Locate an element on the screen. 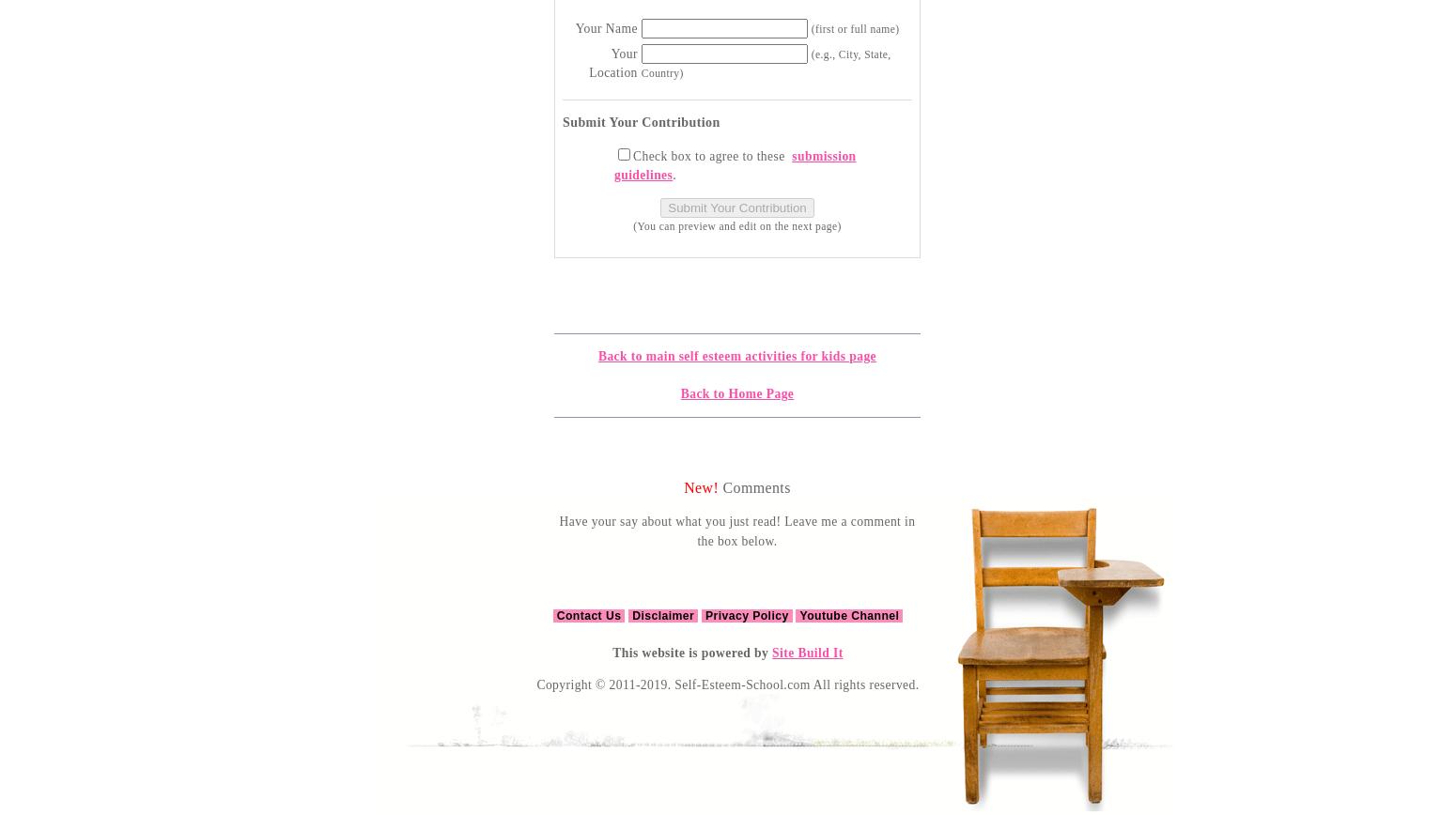 This screenshot has height=815, width=1456. 'Your Location' is located at coordinates (612, 63).